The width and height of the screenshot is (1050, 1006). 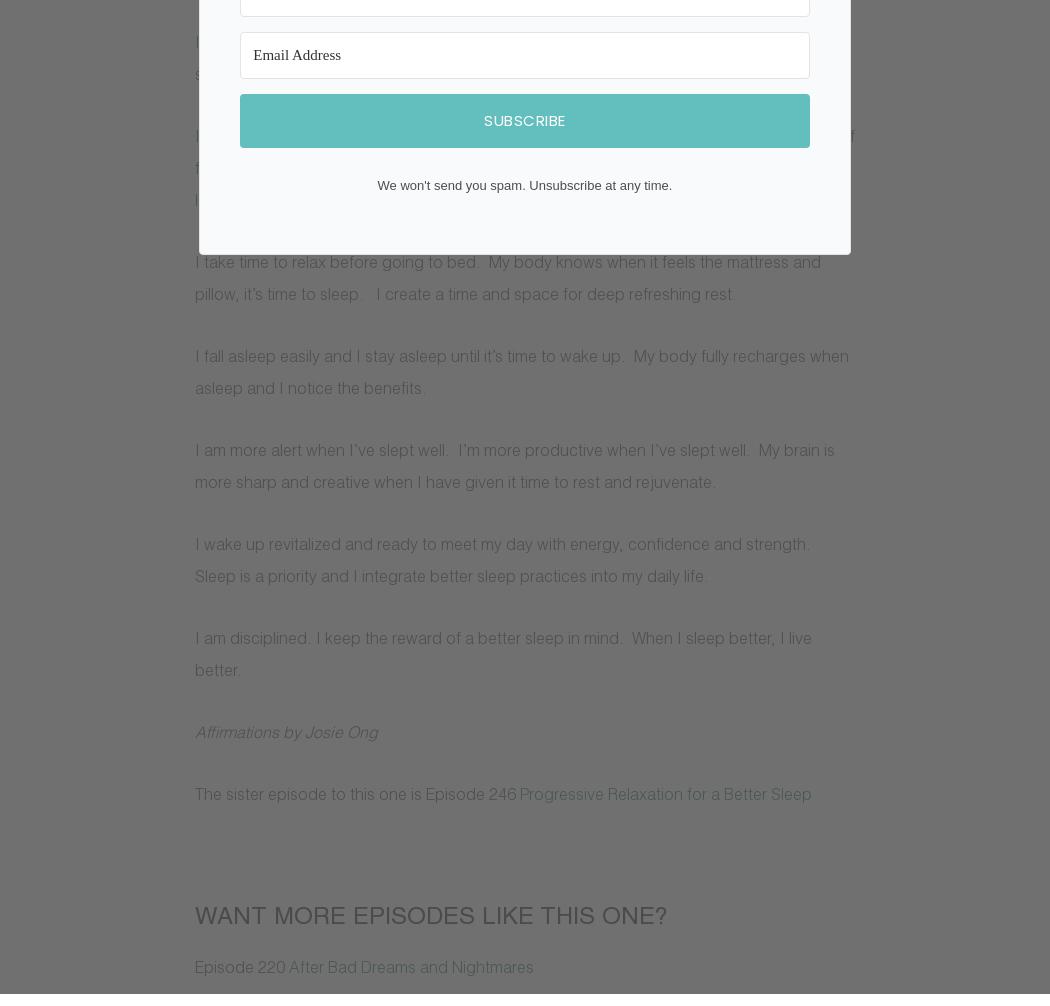 What do you see at coordinates (193, 373) in the screenshot?
I see `'I fall asleep easily and I stay asleep until it’s time to wake up.  My body fully recharges when asleep and I notice the benefits.'` at bounding box center [193, 373].